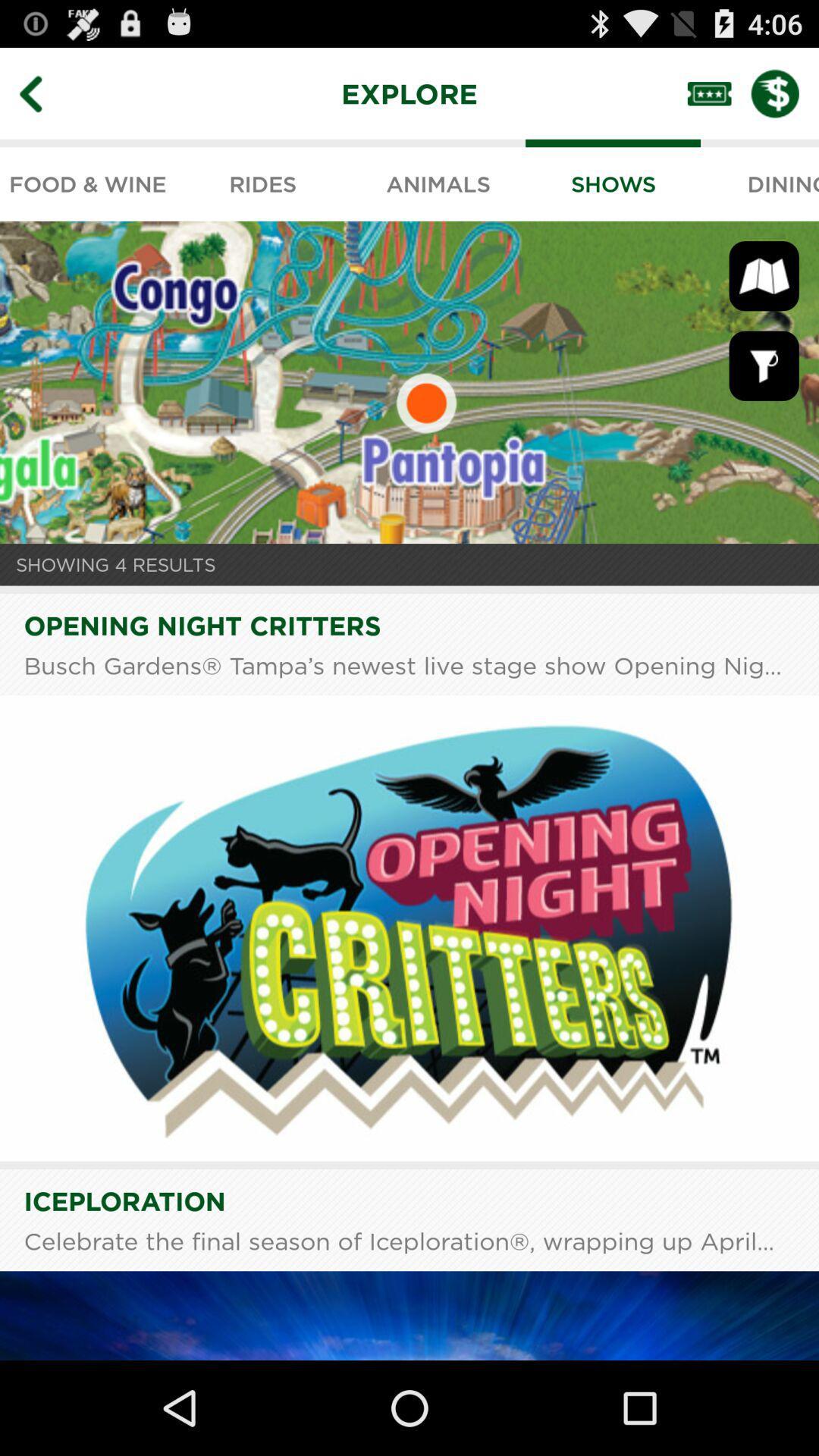 The width and height of the screenshot is (819, 1456). Describe the element at coordinates (764, 391) in the screenshot. I see `the filter icon` at that location.